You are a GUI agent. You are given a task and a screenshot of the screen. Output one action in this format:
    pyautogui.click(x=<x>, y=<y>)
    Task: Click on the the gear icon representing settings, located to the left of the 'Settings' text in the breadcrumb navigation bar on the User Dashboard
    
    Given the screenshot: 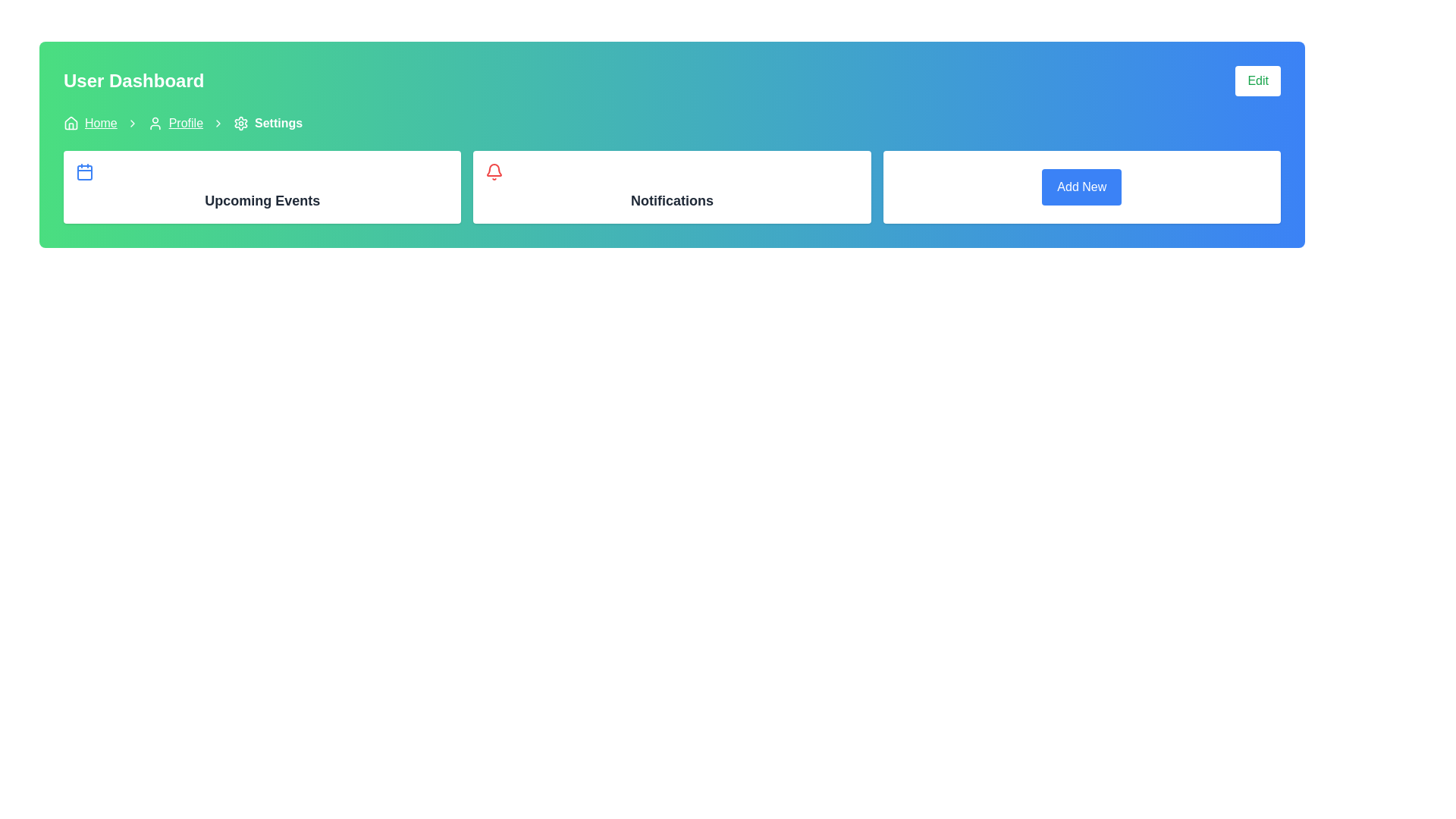 What is the action you would take?
    pyautogui.click(x=240, y=122)
    